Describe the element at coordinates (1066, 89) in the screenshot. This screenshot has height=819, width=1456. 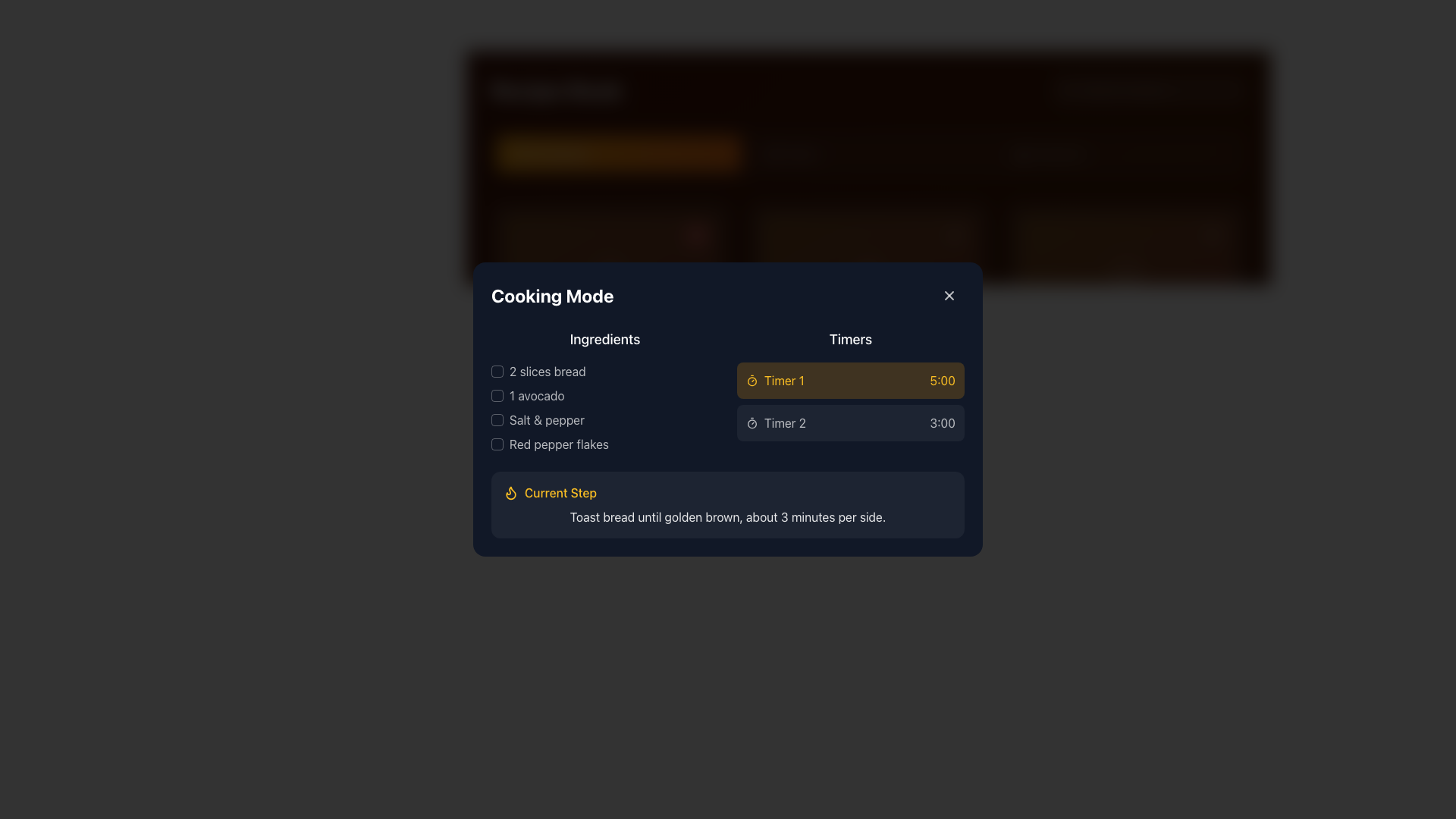
I see `the circular element that is part of the search icon located at the top-left of the header bar` at that location.